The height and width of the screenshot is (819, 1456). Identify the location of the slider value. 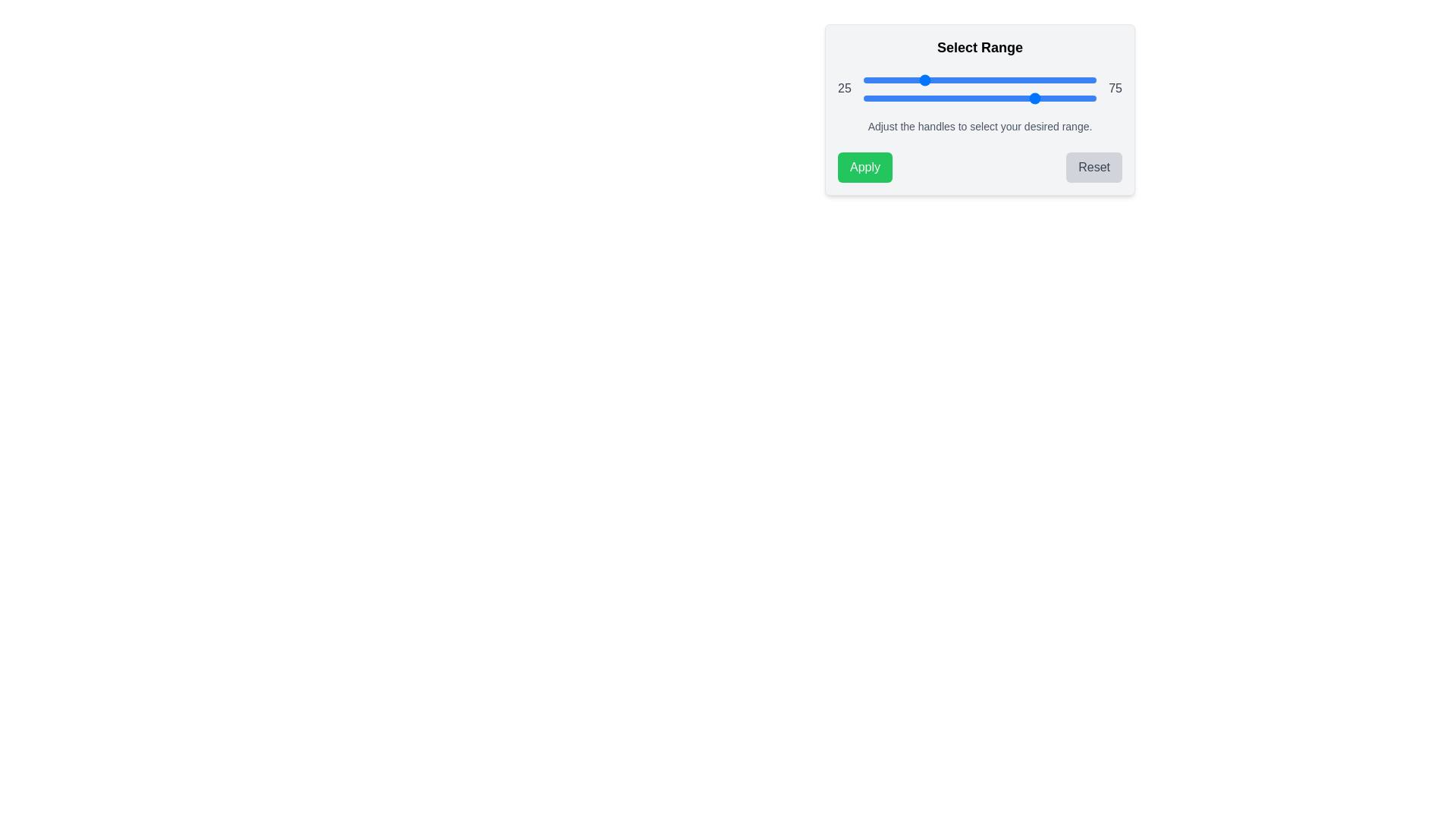
(1094, 99).